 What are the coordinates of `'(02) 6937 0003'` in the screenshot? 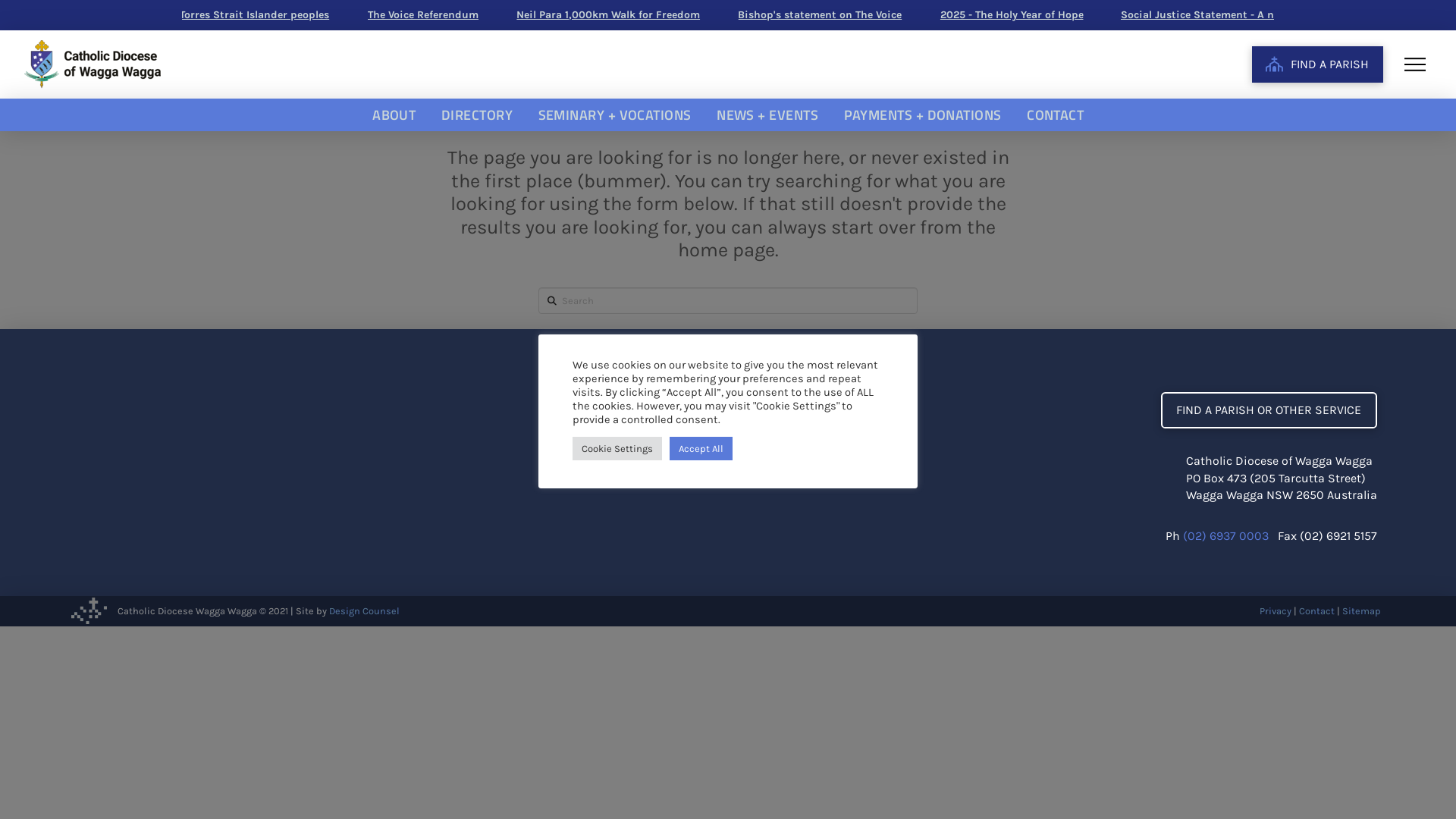 It's located at (1182, 535).